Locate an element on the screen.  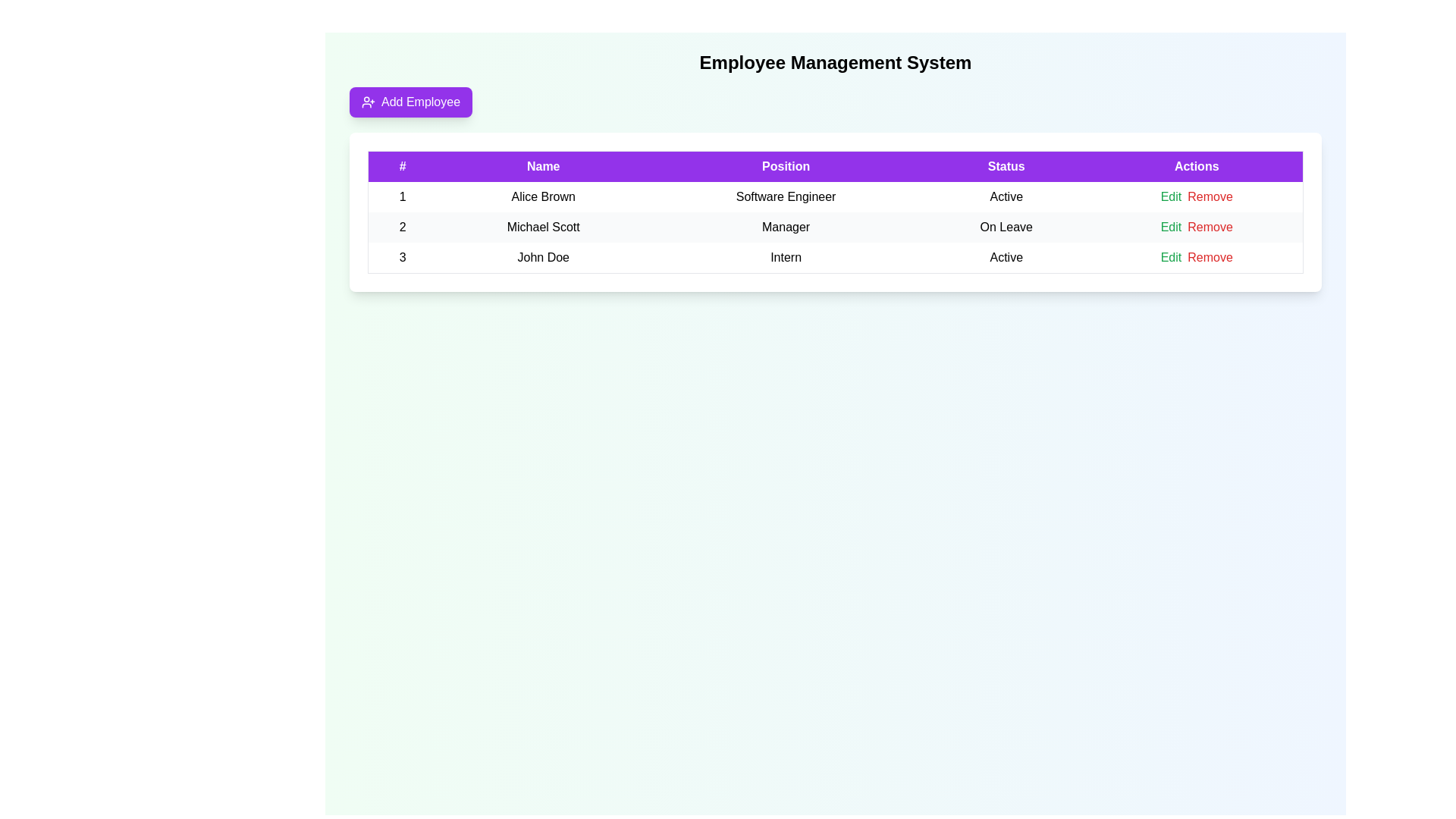
the 'Add Employee' button is located at coordinates (411, 102).